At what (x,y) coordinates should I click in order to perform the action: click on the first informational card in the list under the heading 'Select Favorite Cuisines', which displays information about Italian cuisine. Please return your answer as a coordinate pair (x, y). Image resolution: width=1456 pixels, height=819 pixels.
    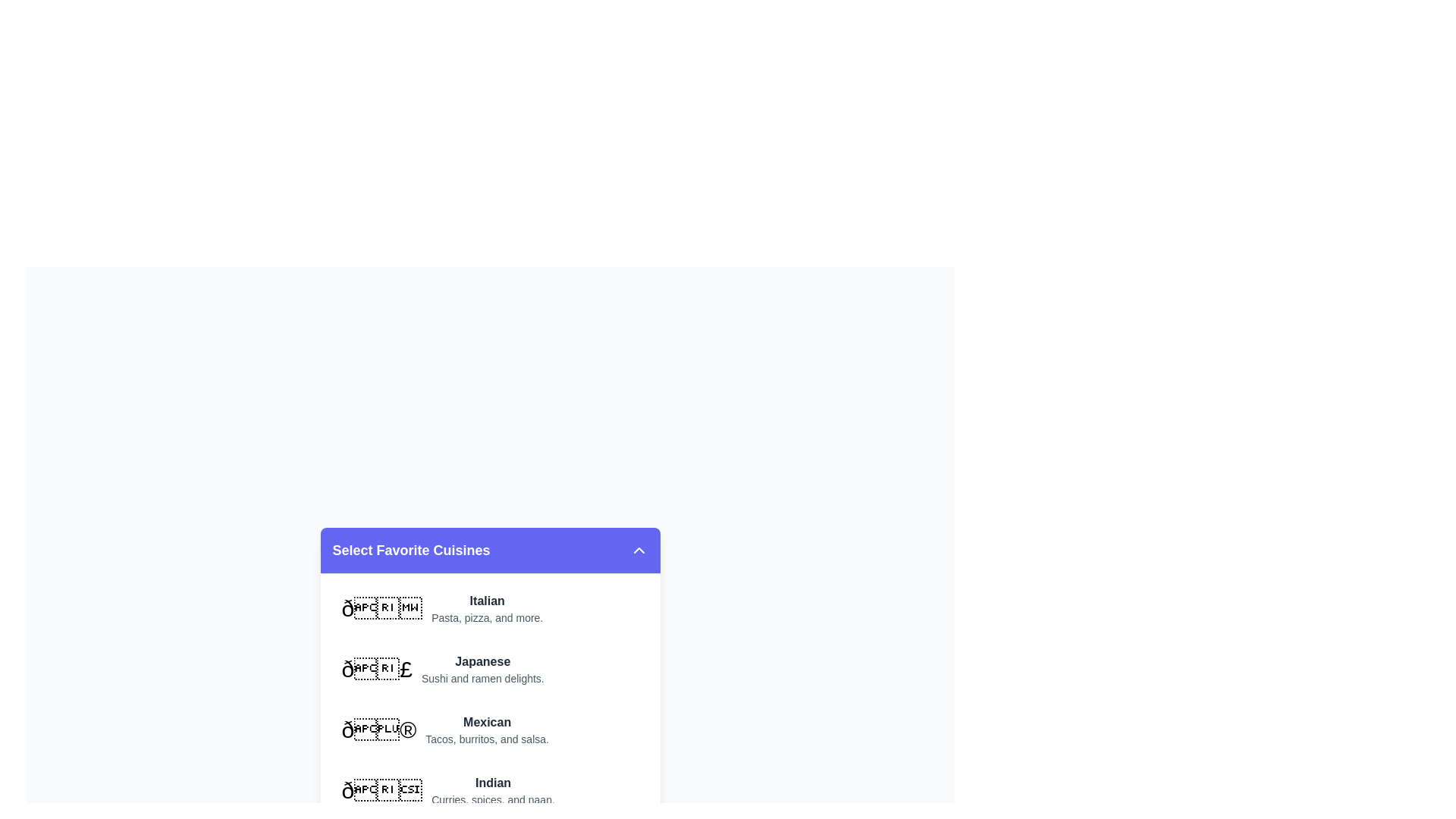
    Looking at the image, I should click on (441, 607).